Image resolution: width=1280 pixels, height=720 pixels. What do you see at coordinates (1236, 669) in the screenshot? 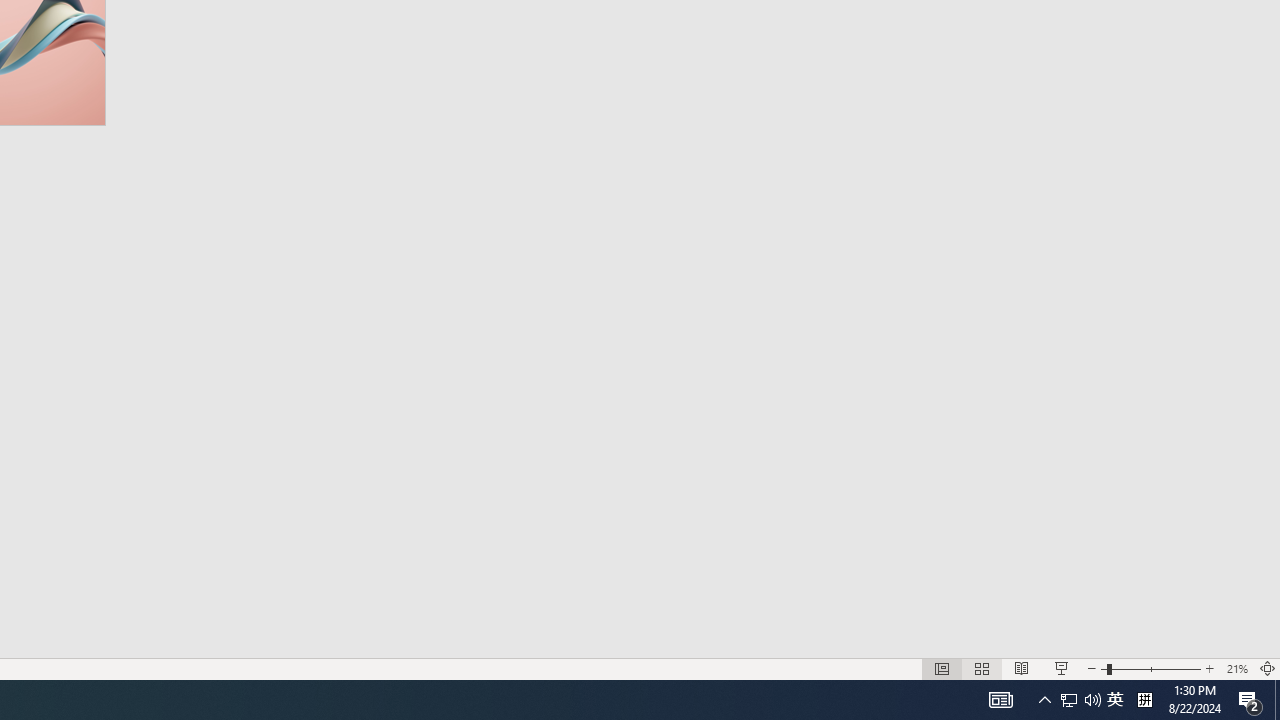
I see `'Zoom 21%'` at bounding box center [1236, 669].